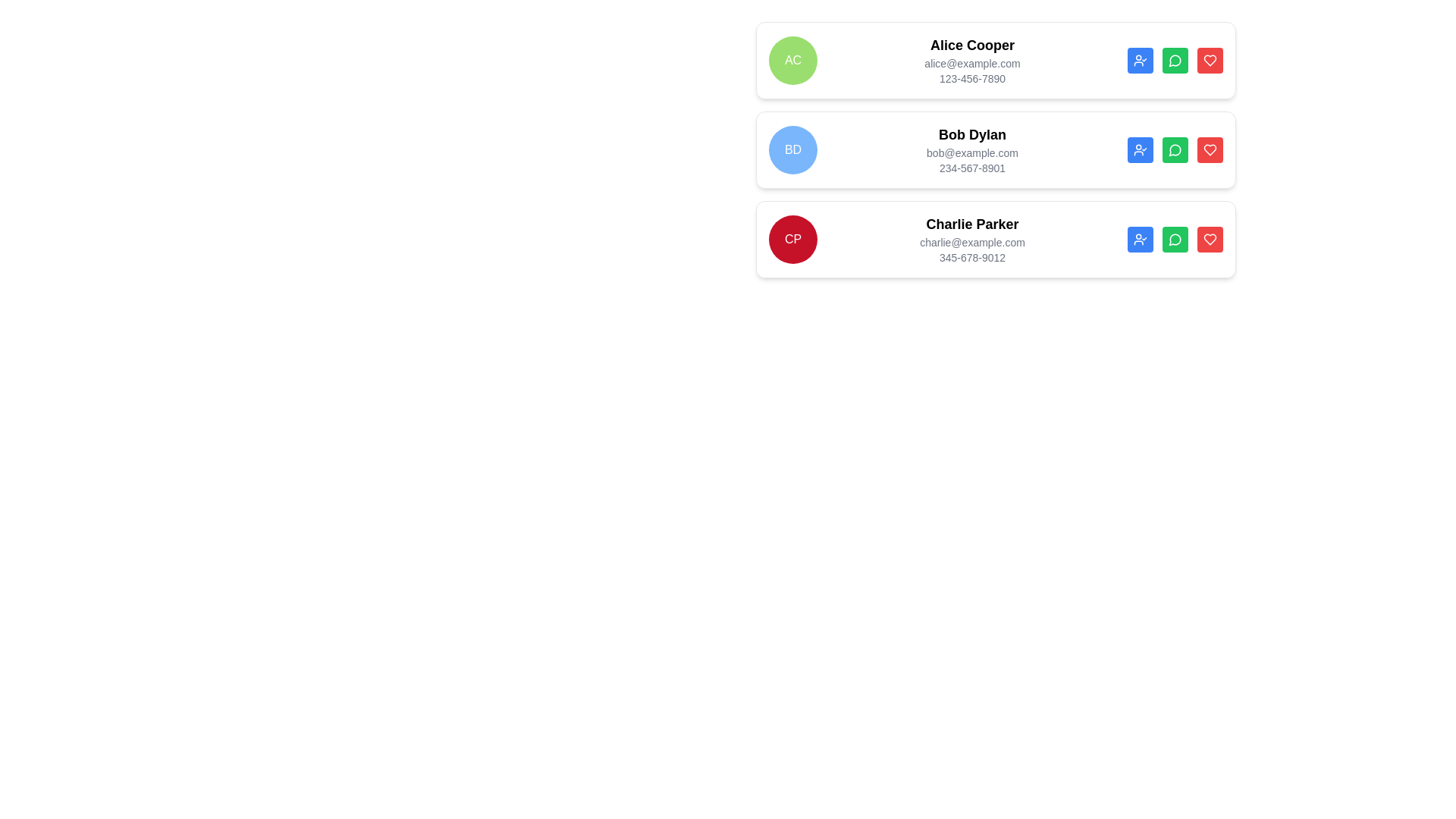  Describe the element at coordinates (1210, 60) in the screenshot. I see `the like or favorite button located at the far right of the row for the contact 'Bob Dylan'` at that location.